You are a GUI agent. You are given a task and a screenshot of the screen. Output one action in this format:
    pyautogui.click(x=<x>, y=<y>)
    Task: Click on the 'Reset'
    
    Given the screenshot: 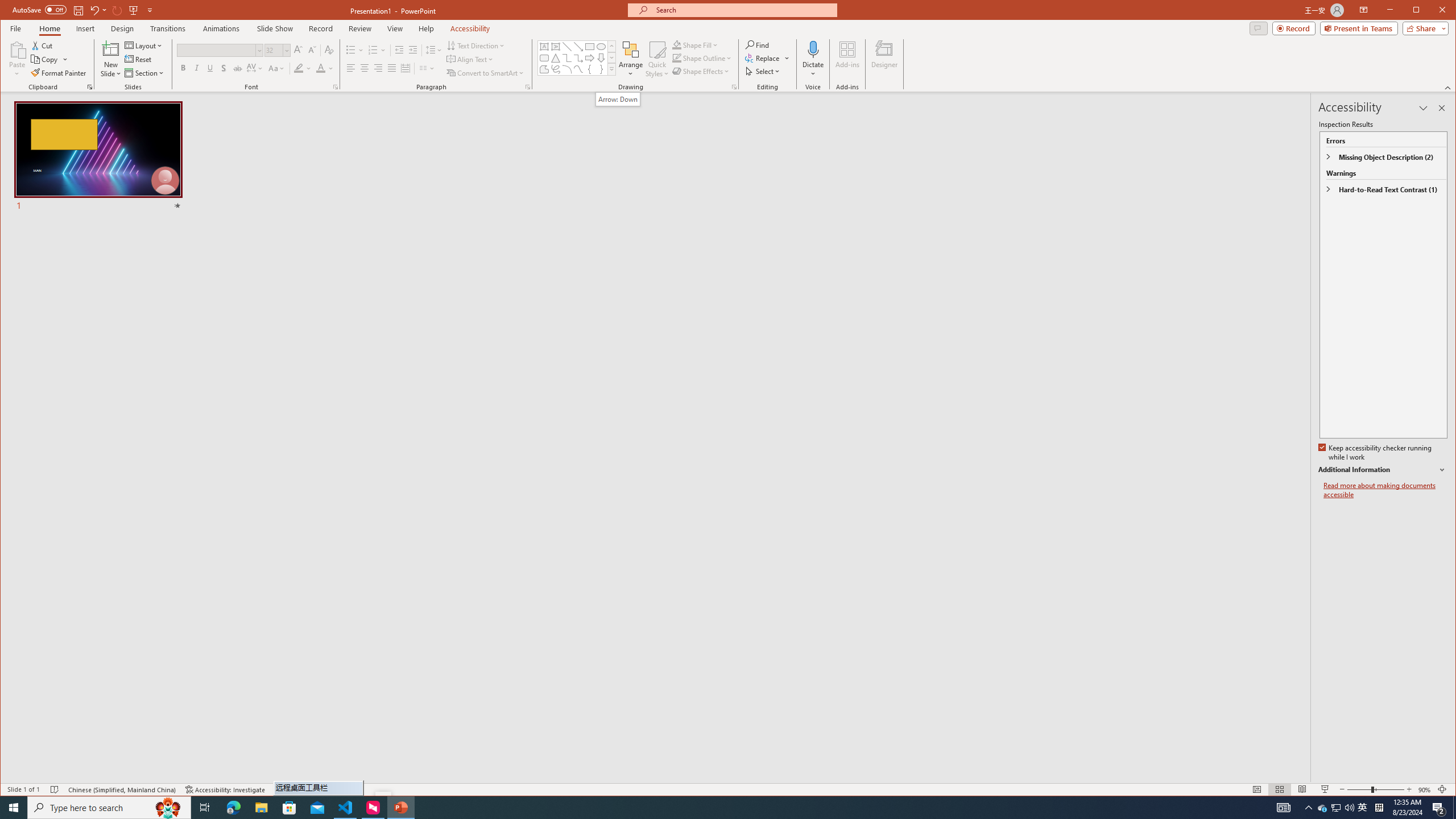 What is the action you would take?
    pyautogui.click(x=139, y=59)
    